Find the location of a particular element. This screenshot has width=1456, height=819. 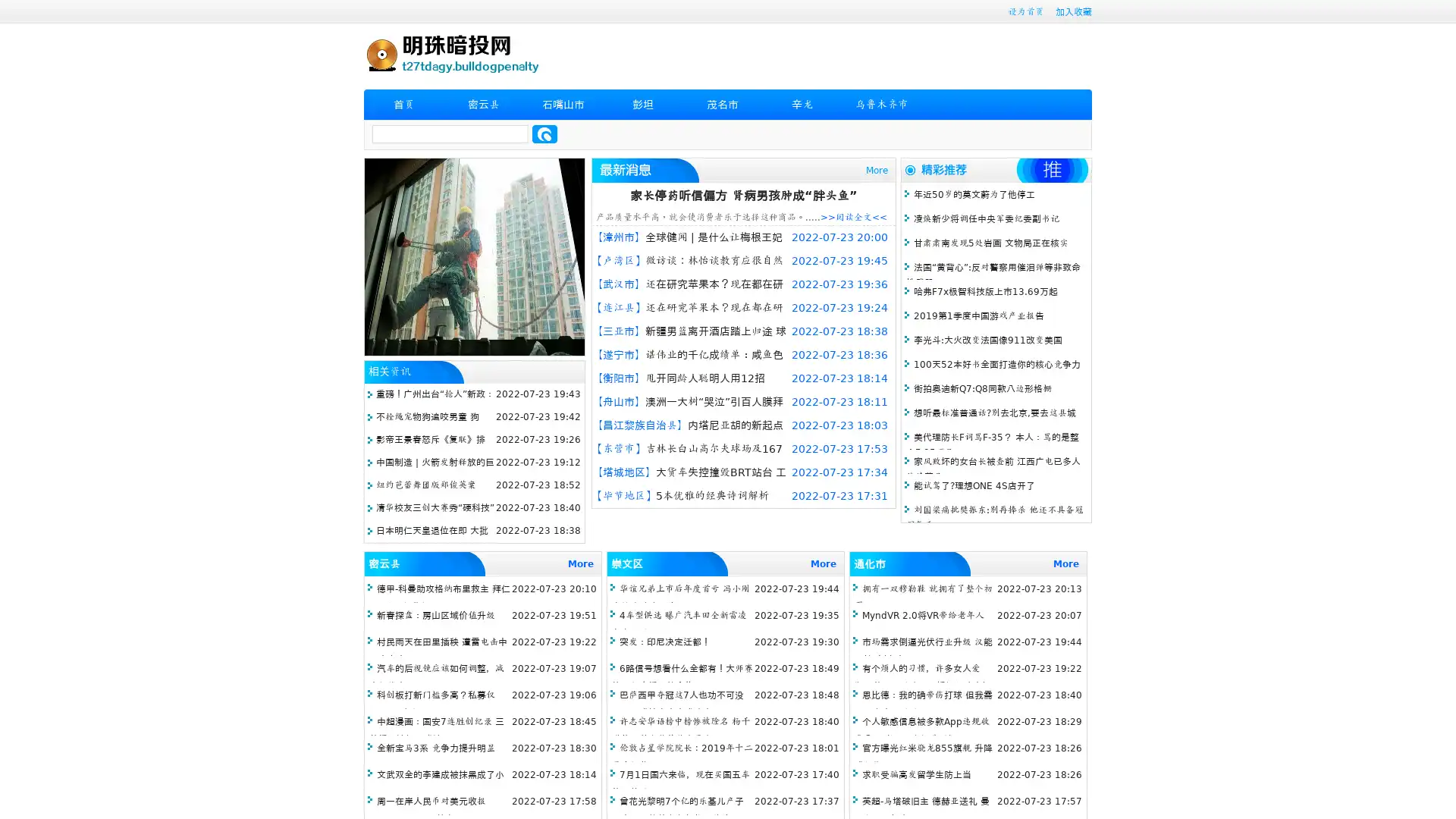

Search is located at coordinates (544, 133).